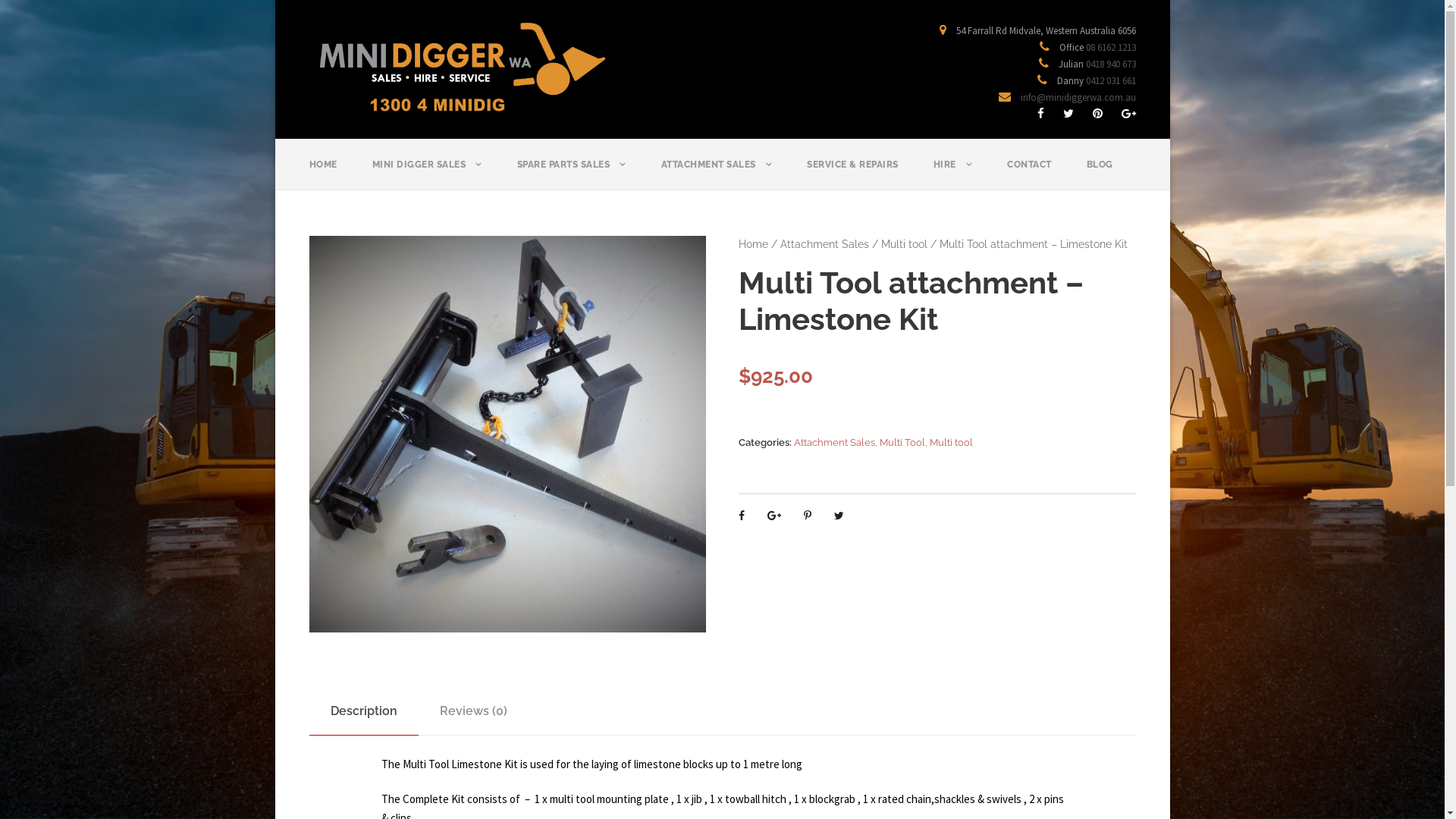  I want to click on '08 6162 1213', so click(1110, 46).